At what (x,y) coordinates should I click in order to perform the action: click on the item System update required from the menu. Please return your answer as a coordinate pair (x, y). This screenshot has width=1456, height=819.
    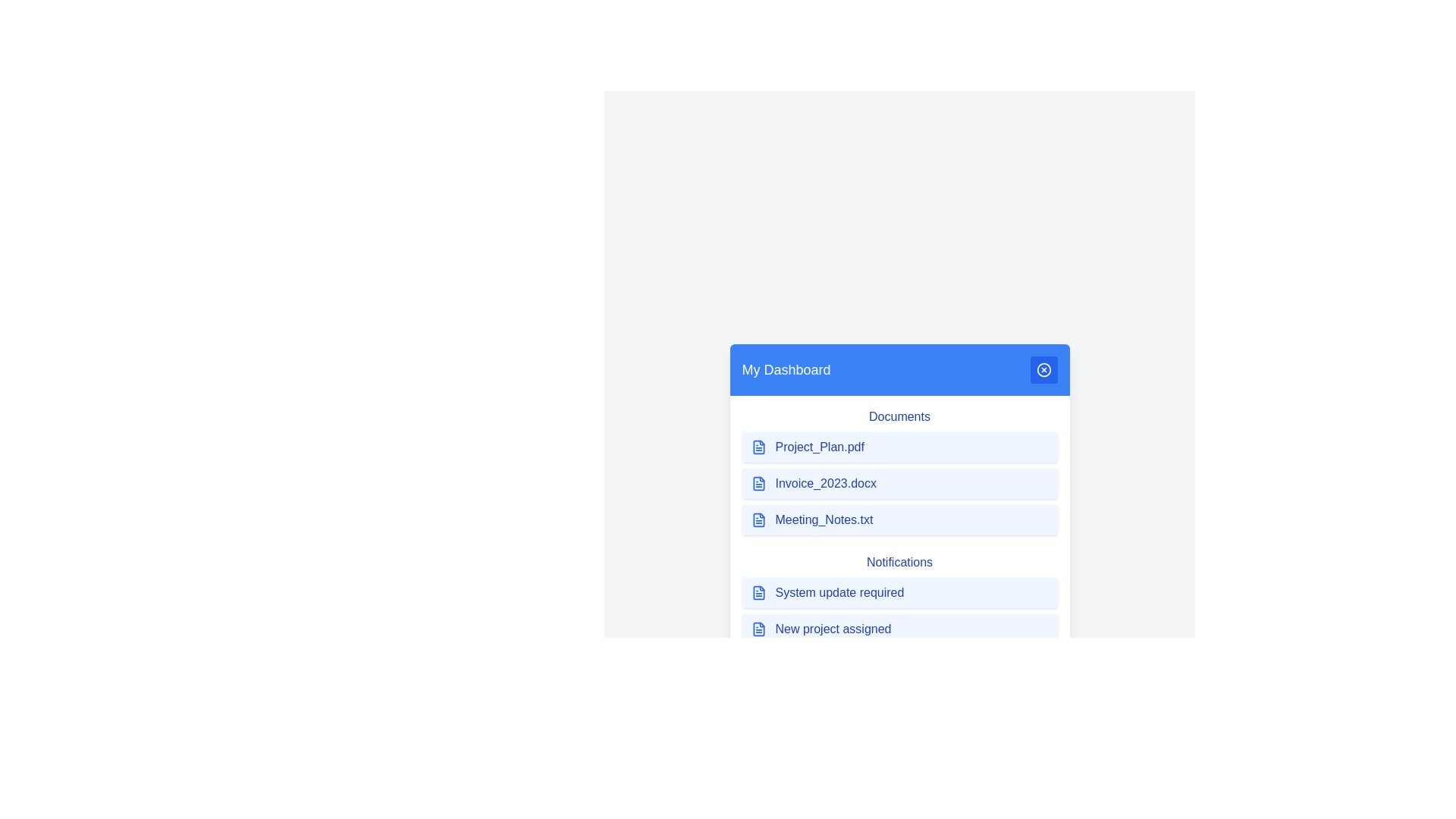
    Looking at the image, I should click on (899, 592).